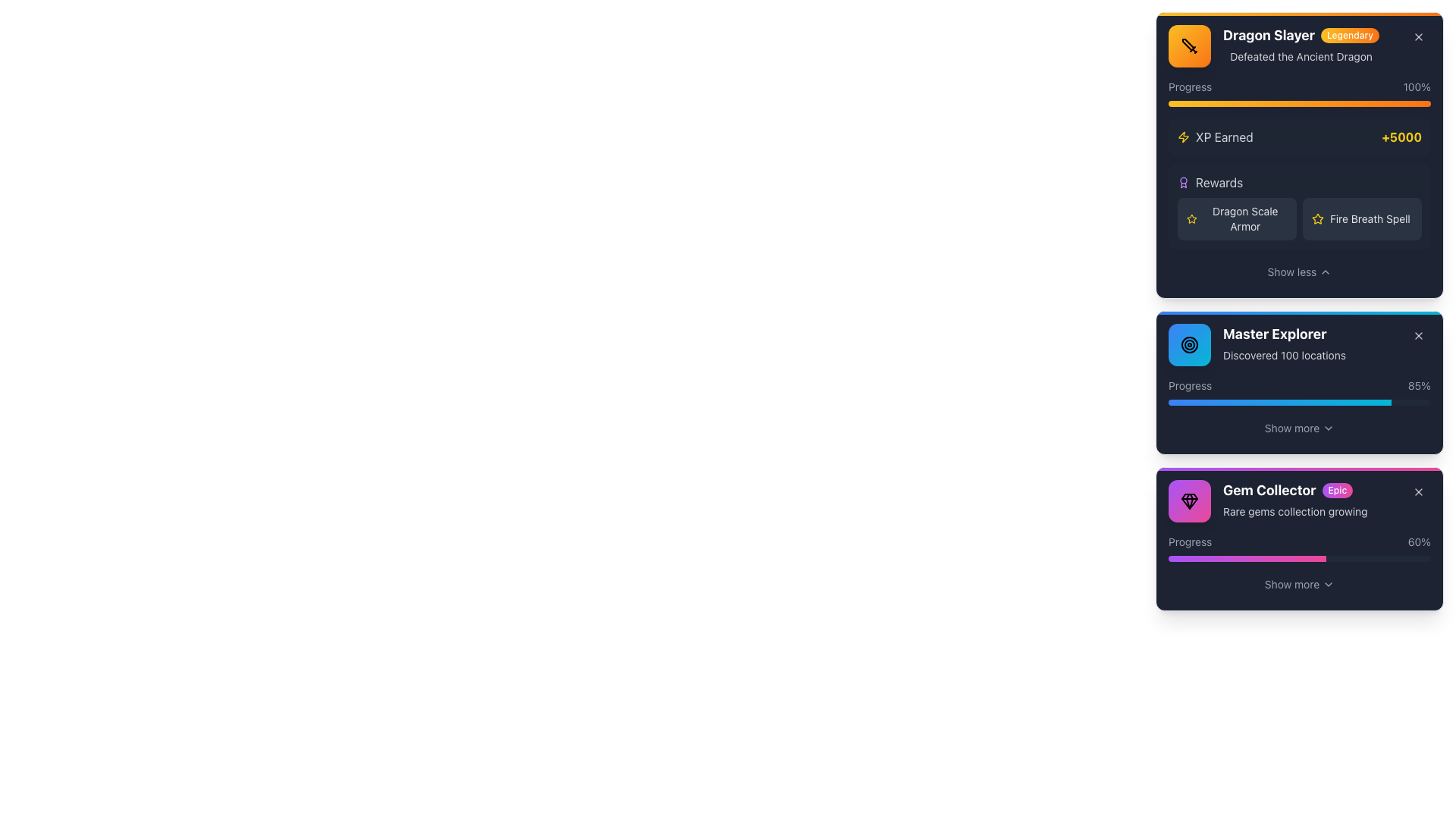  Describe the element at coordinates (1328, 428) in the screenshot. I see `the downward-pointing chevron icon located beside the 'Show more' text` at that location.